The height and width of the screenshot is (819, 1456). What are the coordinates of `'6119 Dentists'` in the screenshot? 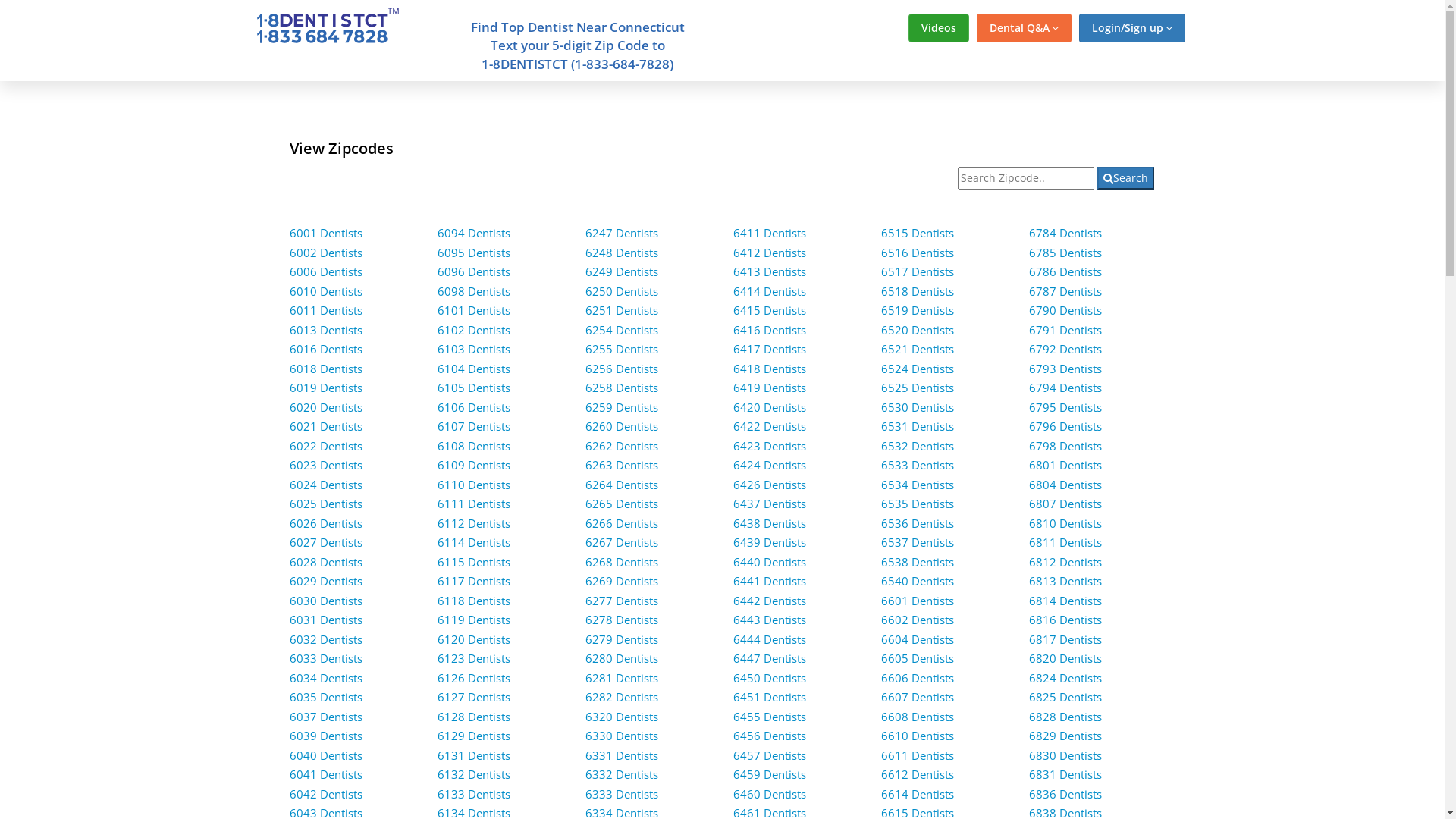 It's located at (472, 620).